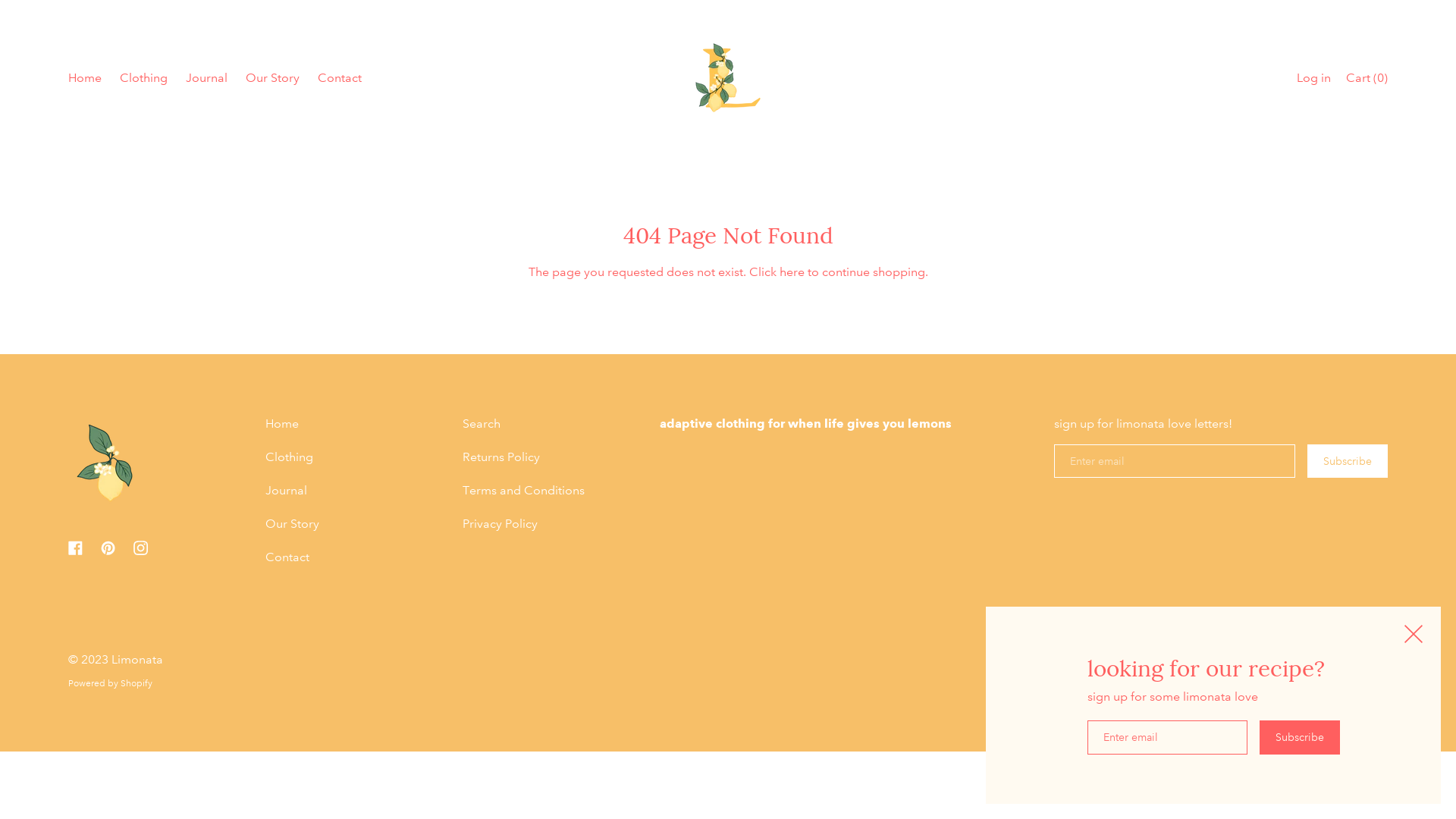 Image resolution: width=1456 pixels, height=819 pixels. What do you see at coordinates (282, 424) in the screenshot?
I see `'Home'` at bounding box center [282, 424].